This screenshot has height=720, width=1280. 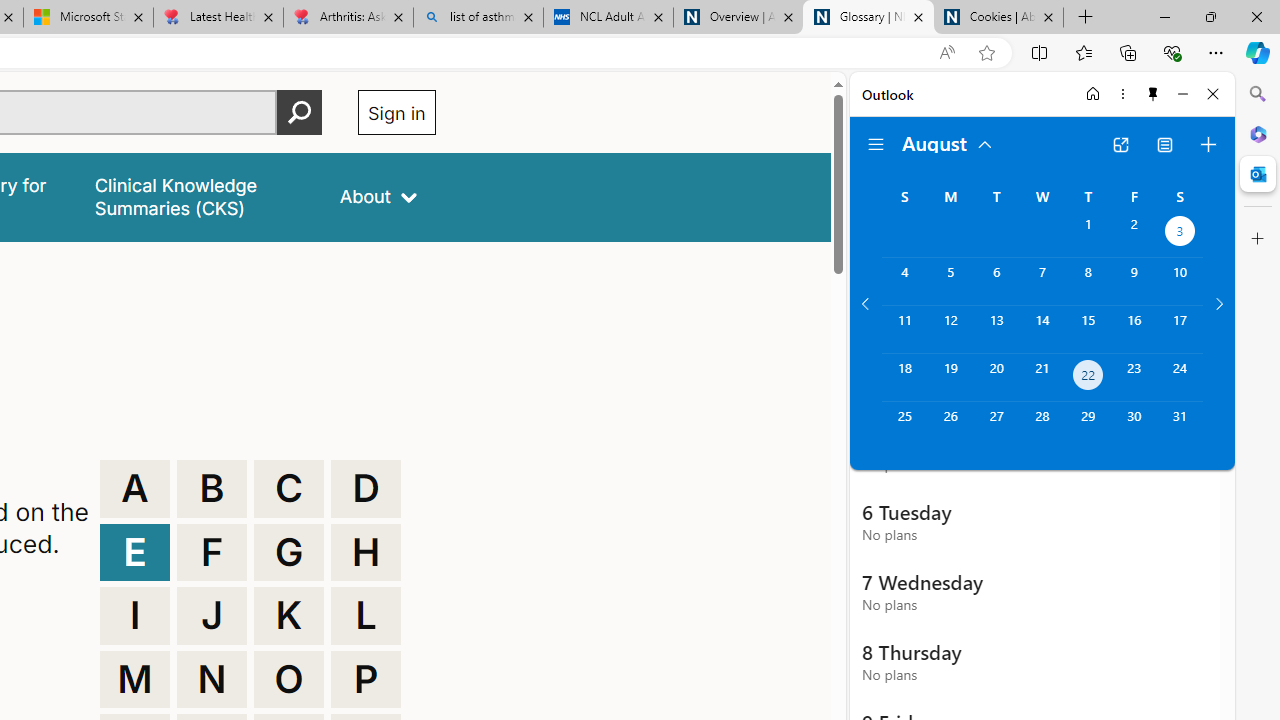 What do you see at coordinates (1215, 51) in the screenshot?
I see `'Settings and more (Alt+F)'` at bounding box center [1215, 51].